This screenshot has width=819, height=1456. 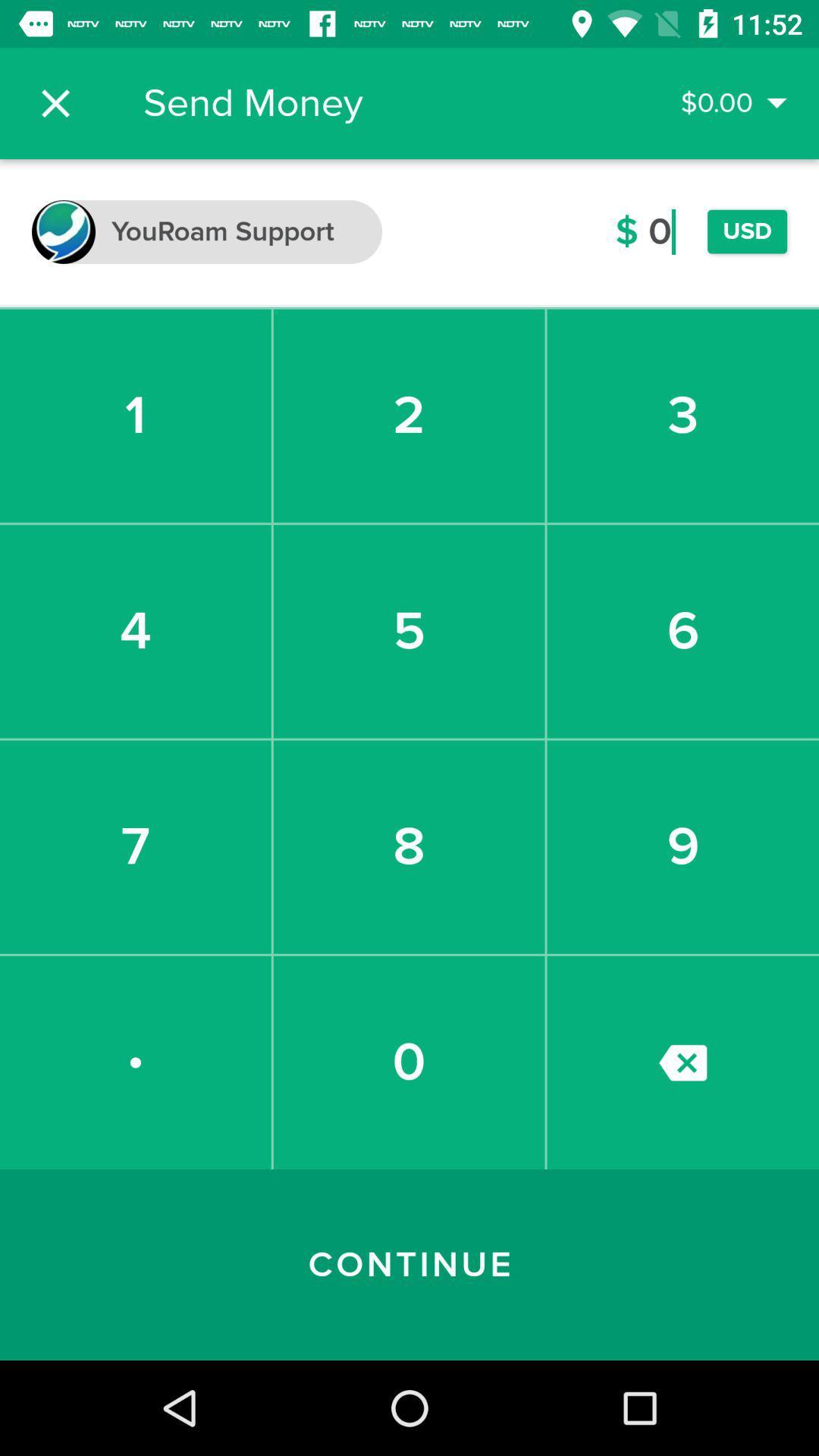 What do you see at coordinates (408, 416) in the screenshot?
I see `2 icon` at bounding box center [408, 416].